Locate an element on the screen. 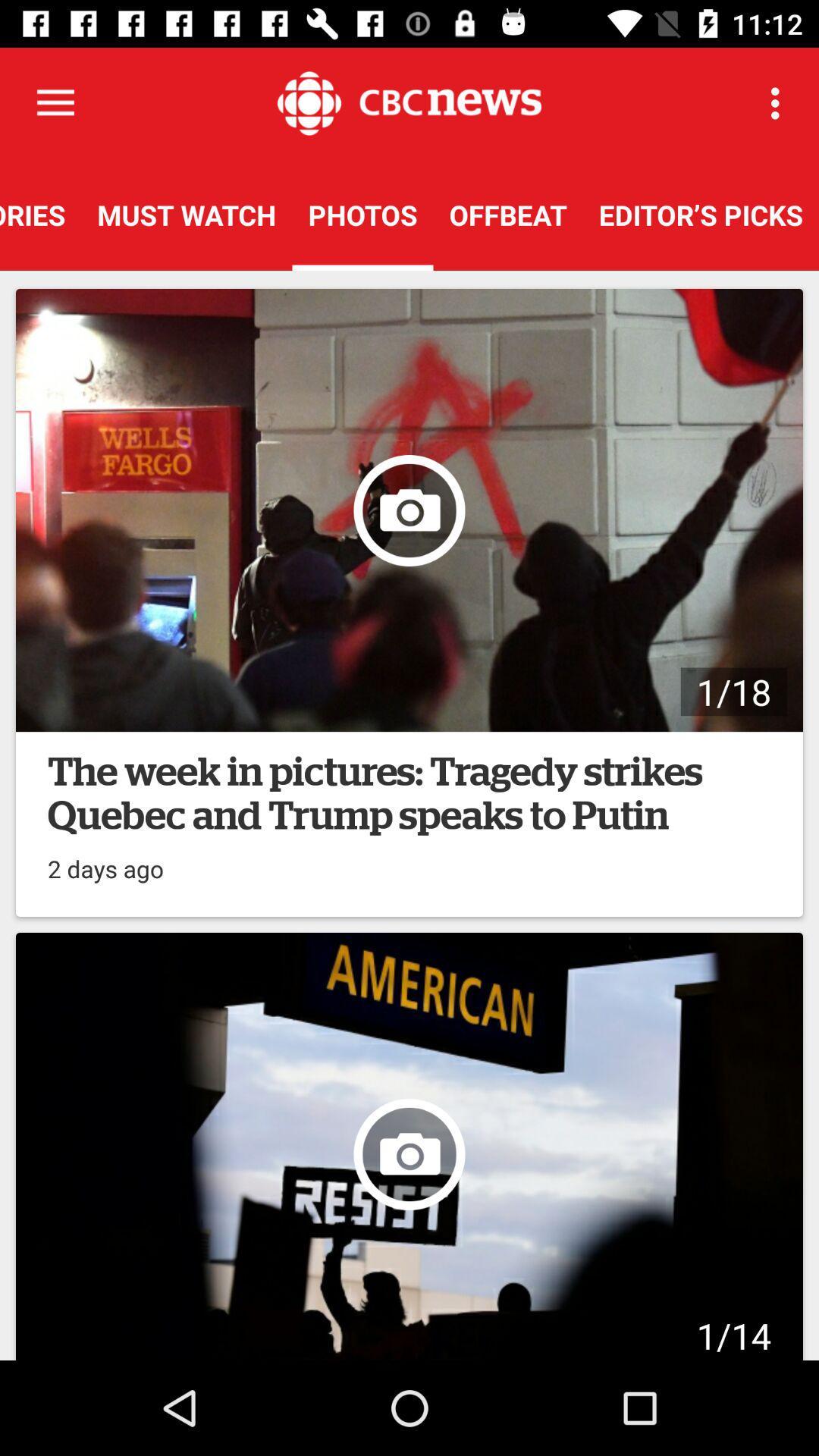 The width and height of the screenshot is (819, 1456). the must watch is located at coordinates (186, 214).